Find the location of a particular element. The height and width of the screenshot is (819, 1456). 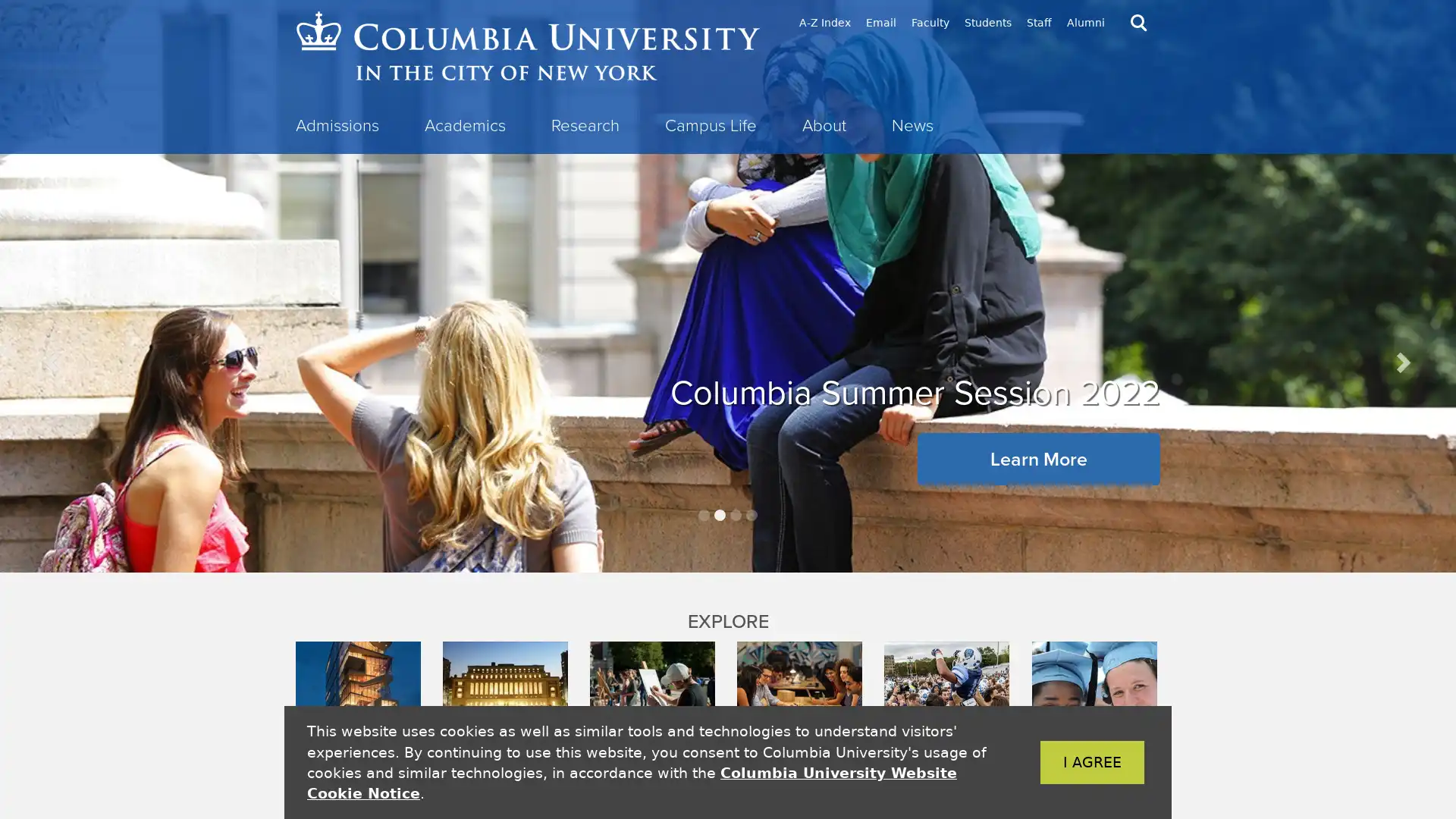

Close Cookie Notice I AGREE is located at coordinates (1068, 762).